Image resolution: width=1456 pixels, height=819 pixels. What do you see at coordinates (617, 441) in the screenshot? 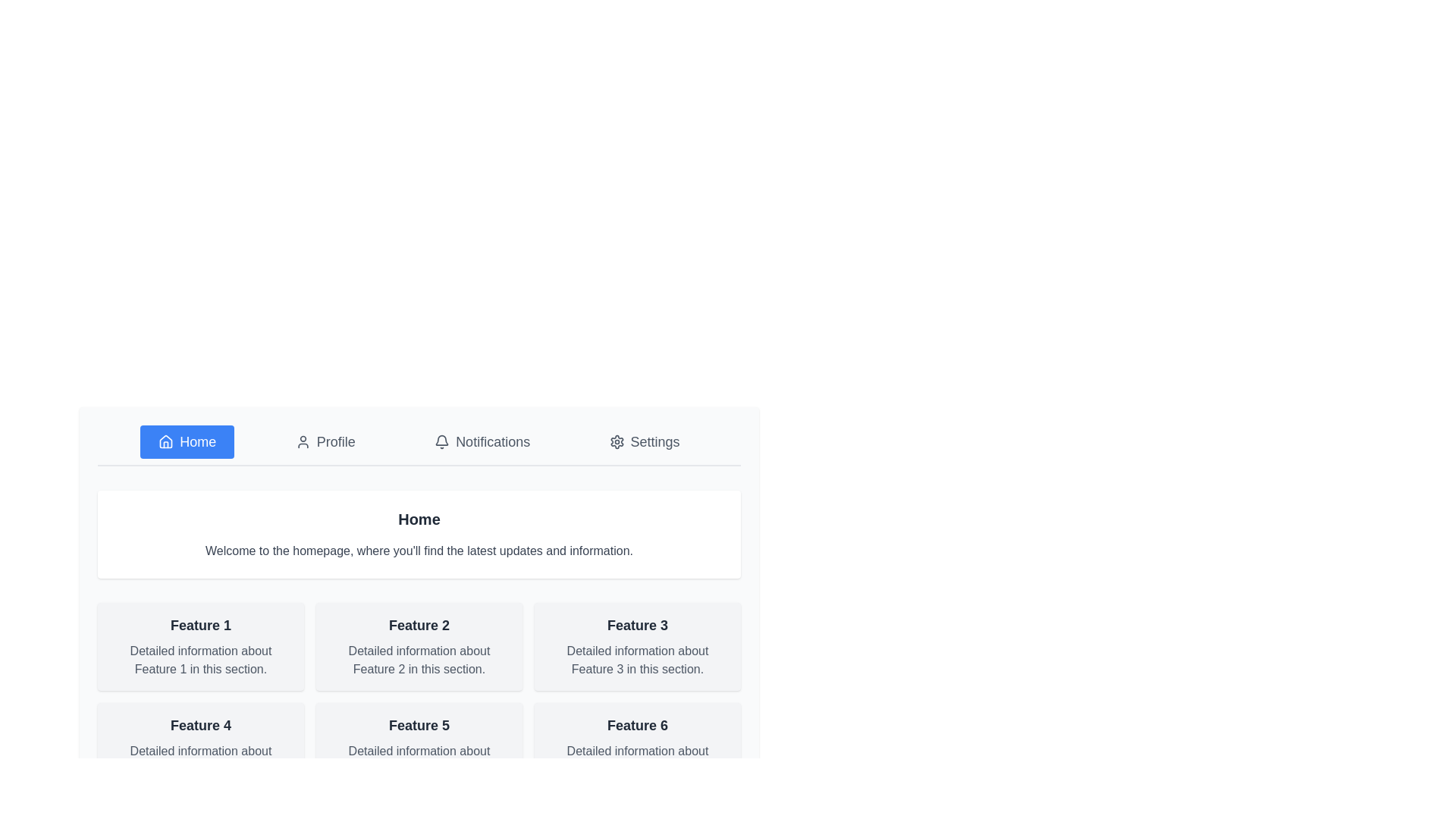
I see `the 'Settings' button which contains a gear icon, located on the far right side of the navigation menu` at bounding box center [617, 441].